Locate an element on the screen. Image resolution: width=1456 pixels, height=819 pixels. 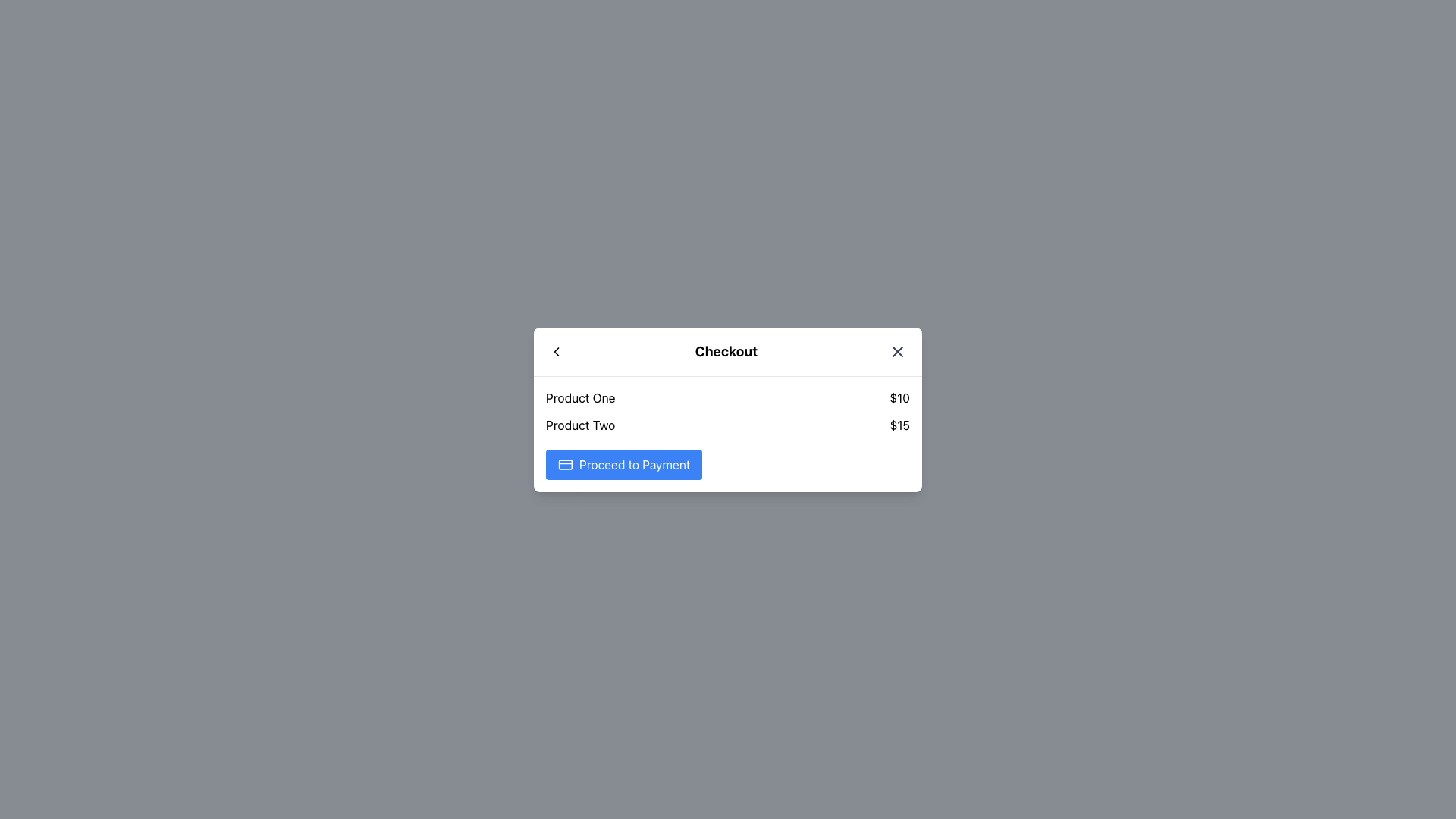
the bold, large-sized 'Checkout' text located at the top center of the navigation bar, between the back arrow and close icon is located at coordinates (726, 351).